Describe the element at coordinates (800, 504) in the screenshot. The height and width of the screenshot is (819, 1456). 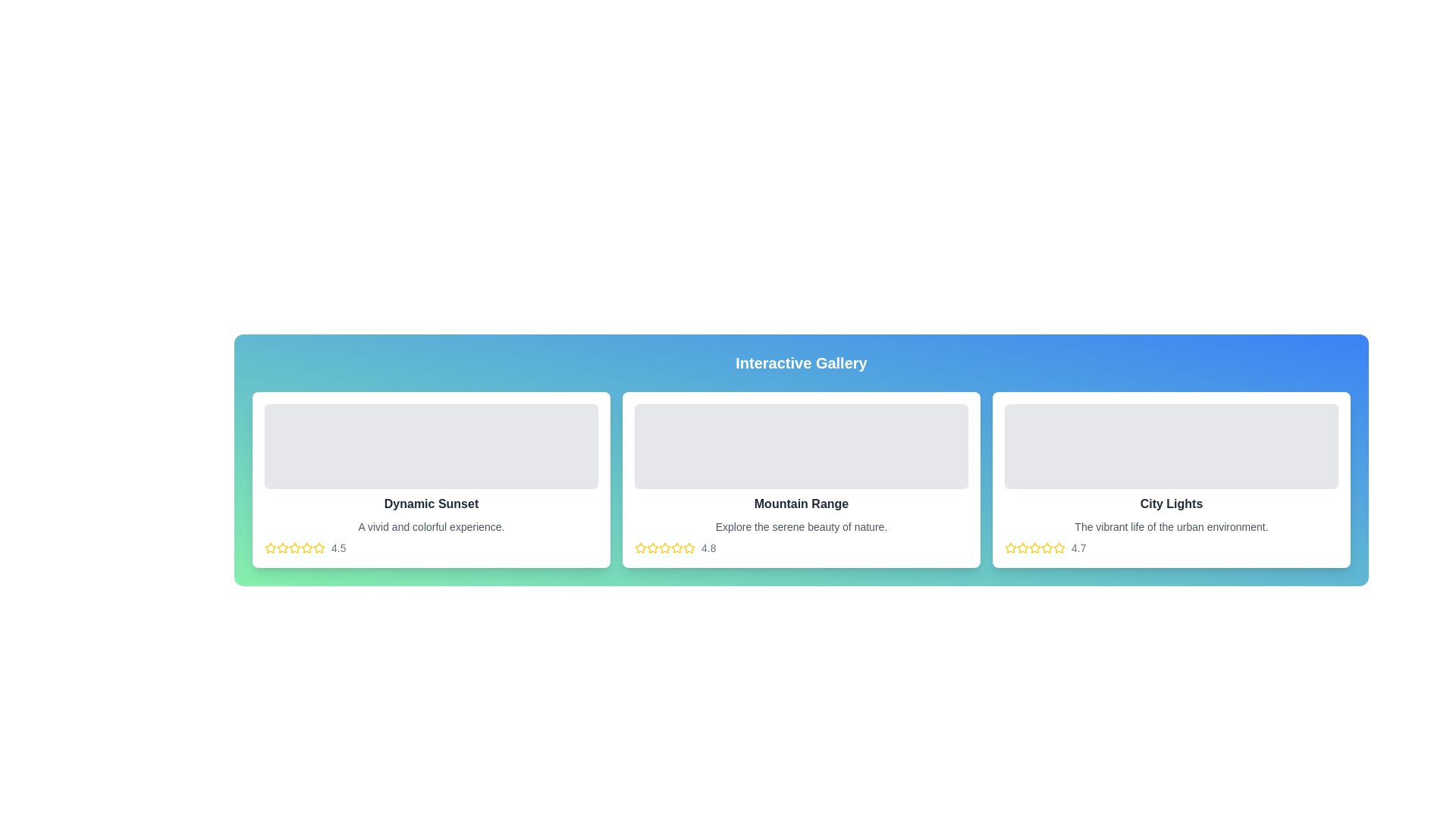
I see `text from the title label located in the central card beneath the gray rectangle placeholder and above the lighter gray descriptive text` at that location.